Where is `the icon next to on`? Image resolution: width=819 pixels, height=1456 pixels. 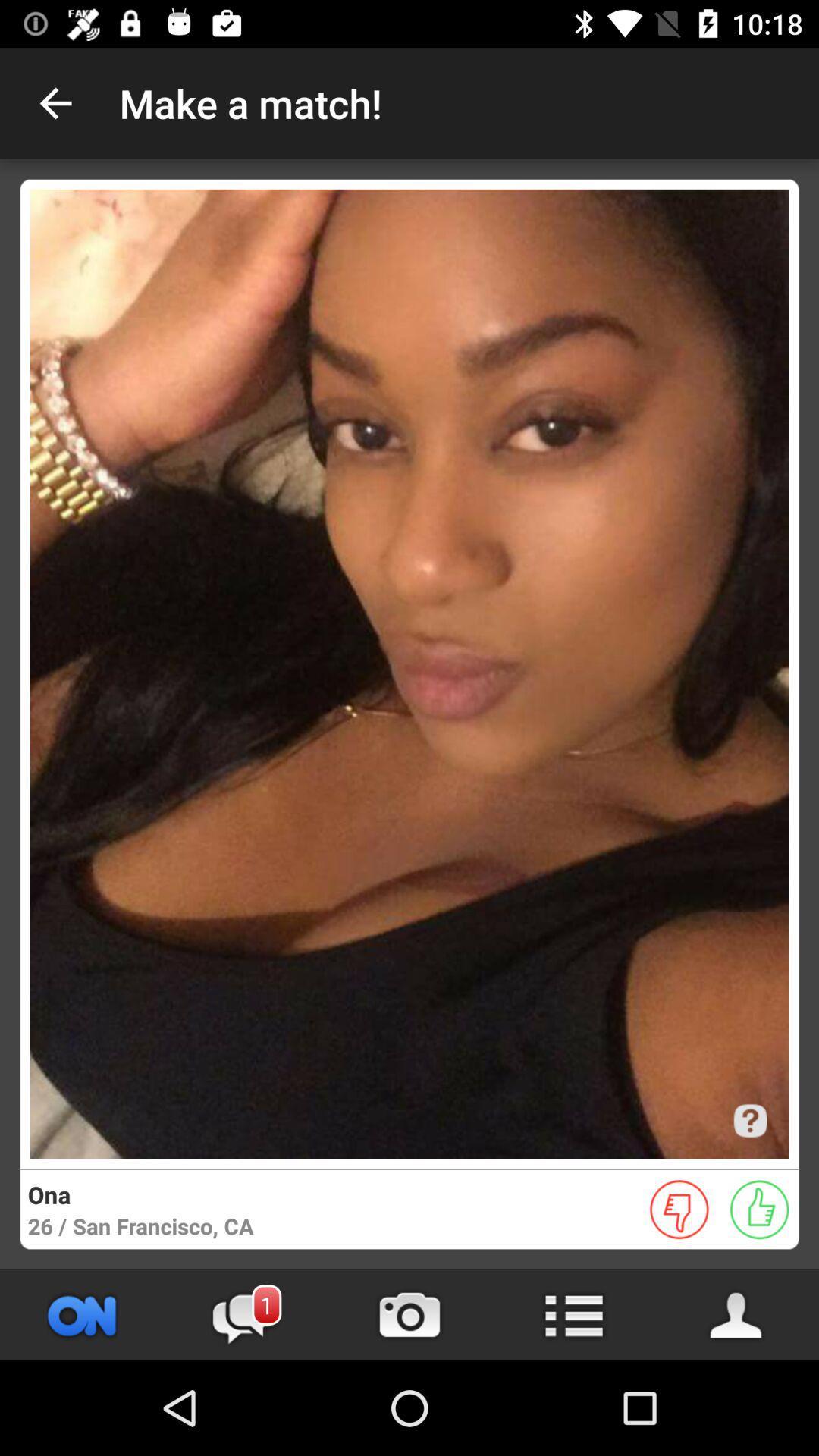
the icon next to on is located at coordinates (245, 1314).